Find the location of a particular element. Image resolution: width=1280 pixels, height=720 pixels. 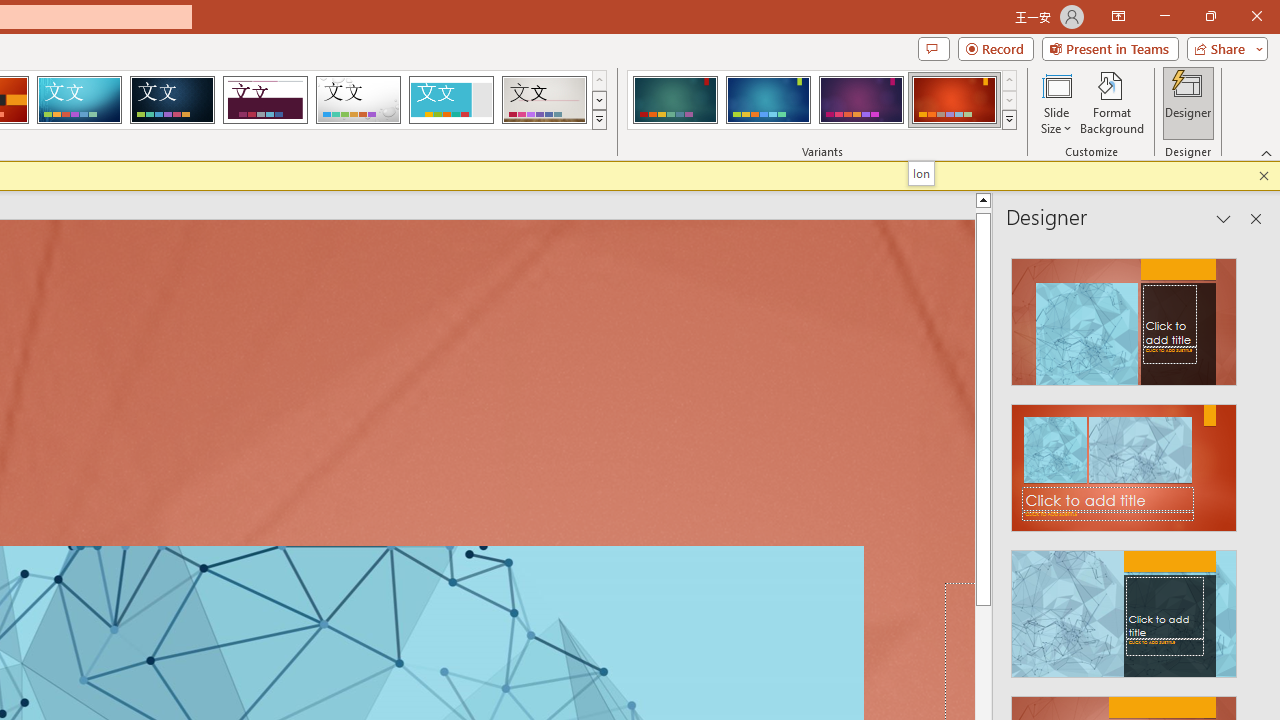

'Ion' is located at coordinates (919, 172).